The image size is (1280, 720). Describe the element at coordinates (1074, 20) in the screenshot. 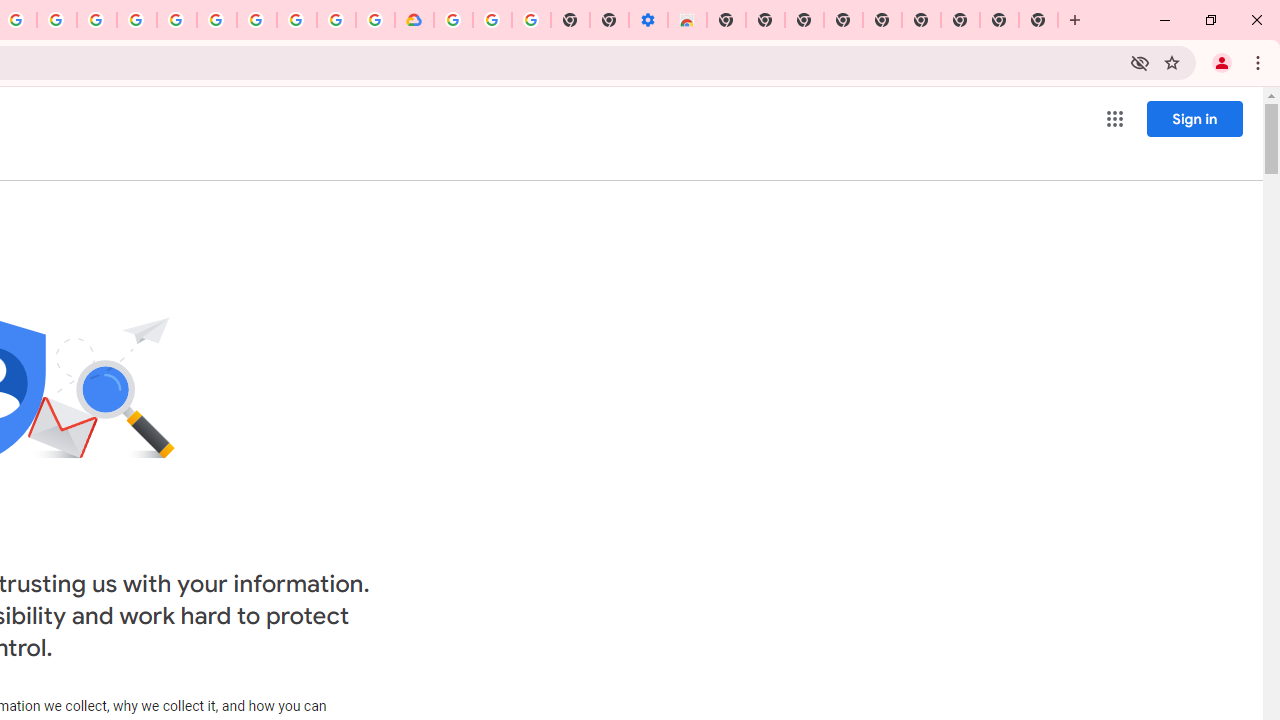

I see `'New Tab'` at that location.